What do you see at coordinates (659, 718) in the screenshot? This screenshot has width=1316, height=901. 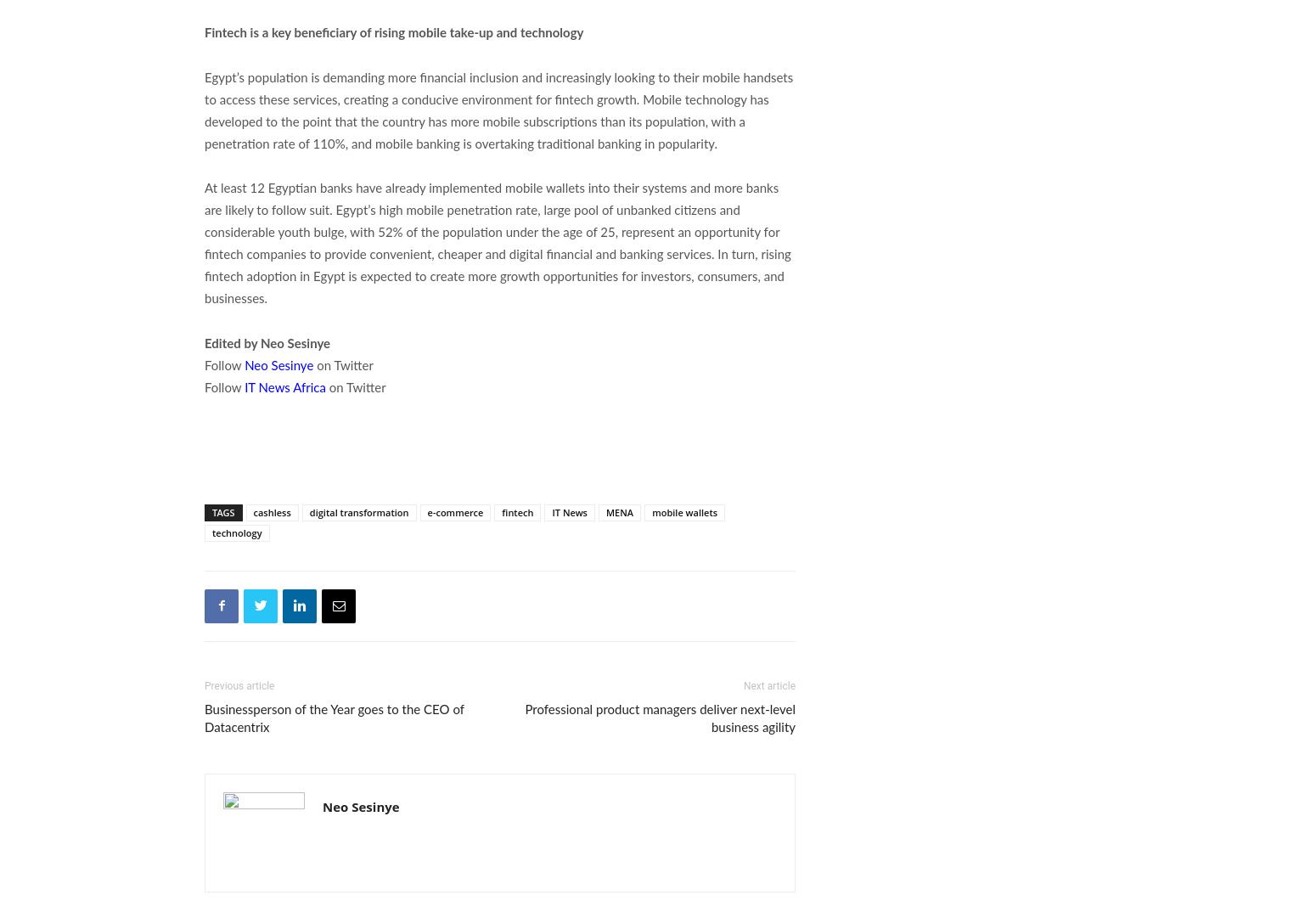 I see `'Professional product managers deliver next-level business agility'` at bounding box center [659, 718].